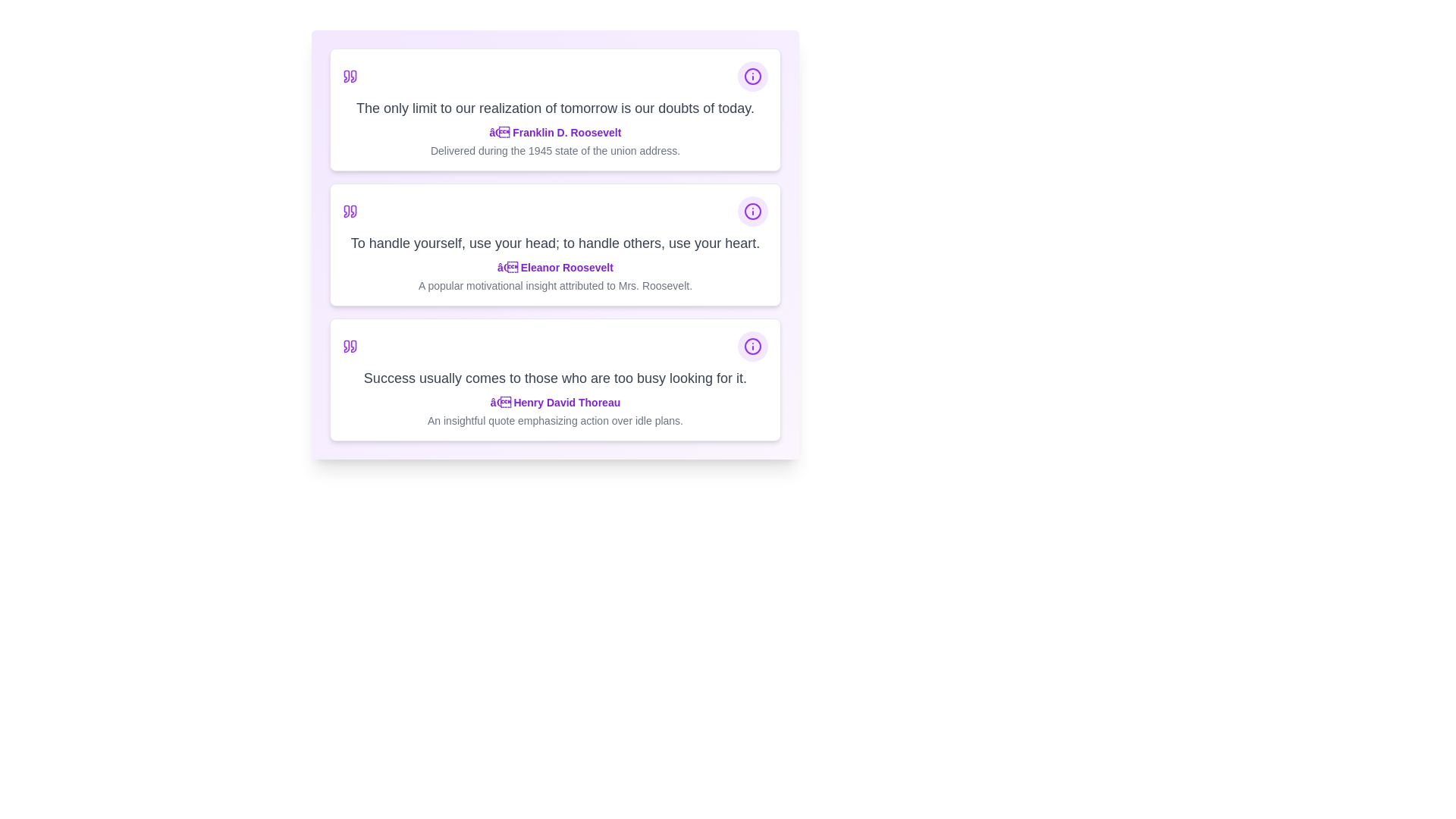 The image size is (1456, 819). What do you see at coordinates (554, 267) in the screenshot?
I see `the static text label reading "— Eleanor Roosevelt" that is displayed in a small, vibrant purple font and bold styling, located beneath a motivational quote in the second card of the page layout` at bounding box center [554, 267].